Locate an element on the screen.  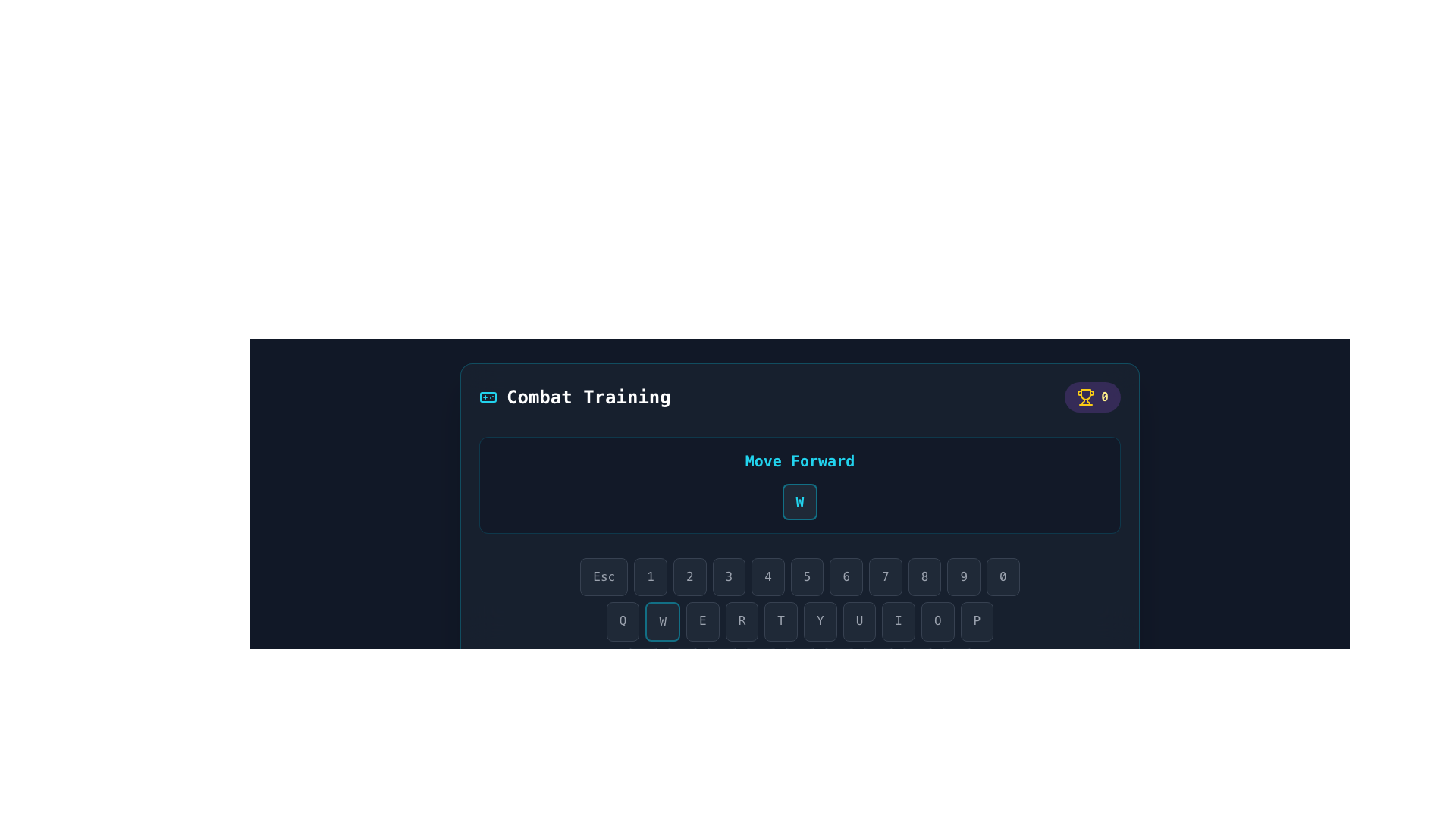
number '0' displayed in the decorative section featuring a yellow trophy icon and rounded rectangle with a purple background, located in the top-right corner of the application window is located at coordinates (1093, 397).